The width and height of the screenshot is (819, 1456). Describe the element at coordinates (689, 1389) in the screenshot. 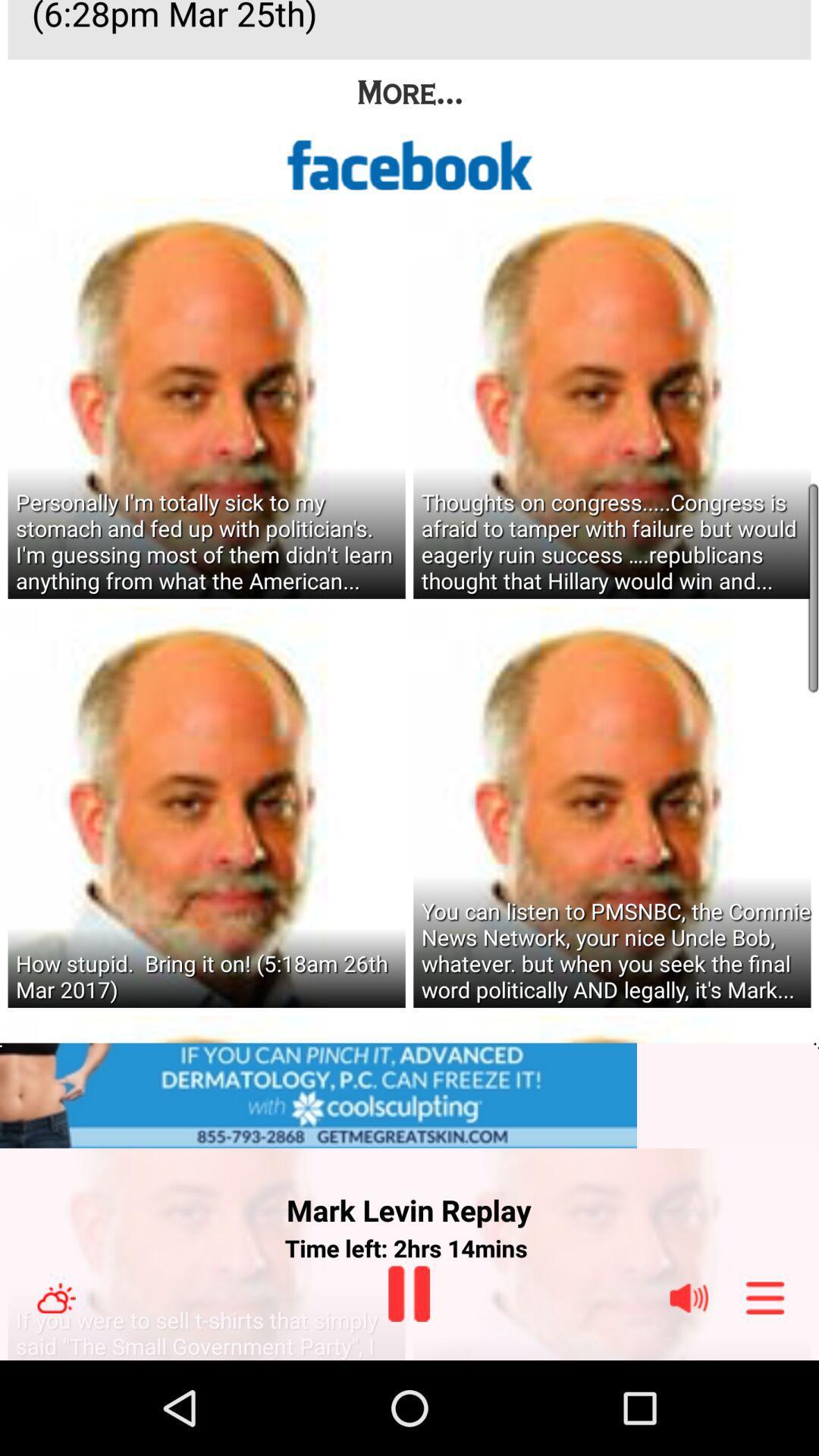

I see `the volume icon` at that location.